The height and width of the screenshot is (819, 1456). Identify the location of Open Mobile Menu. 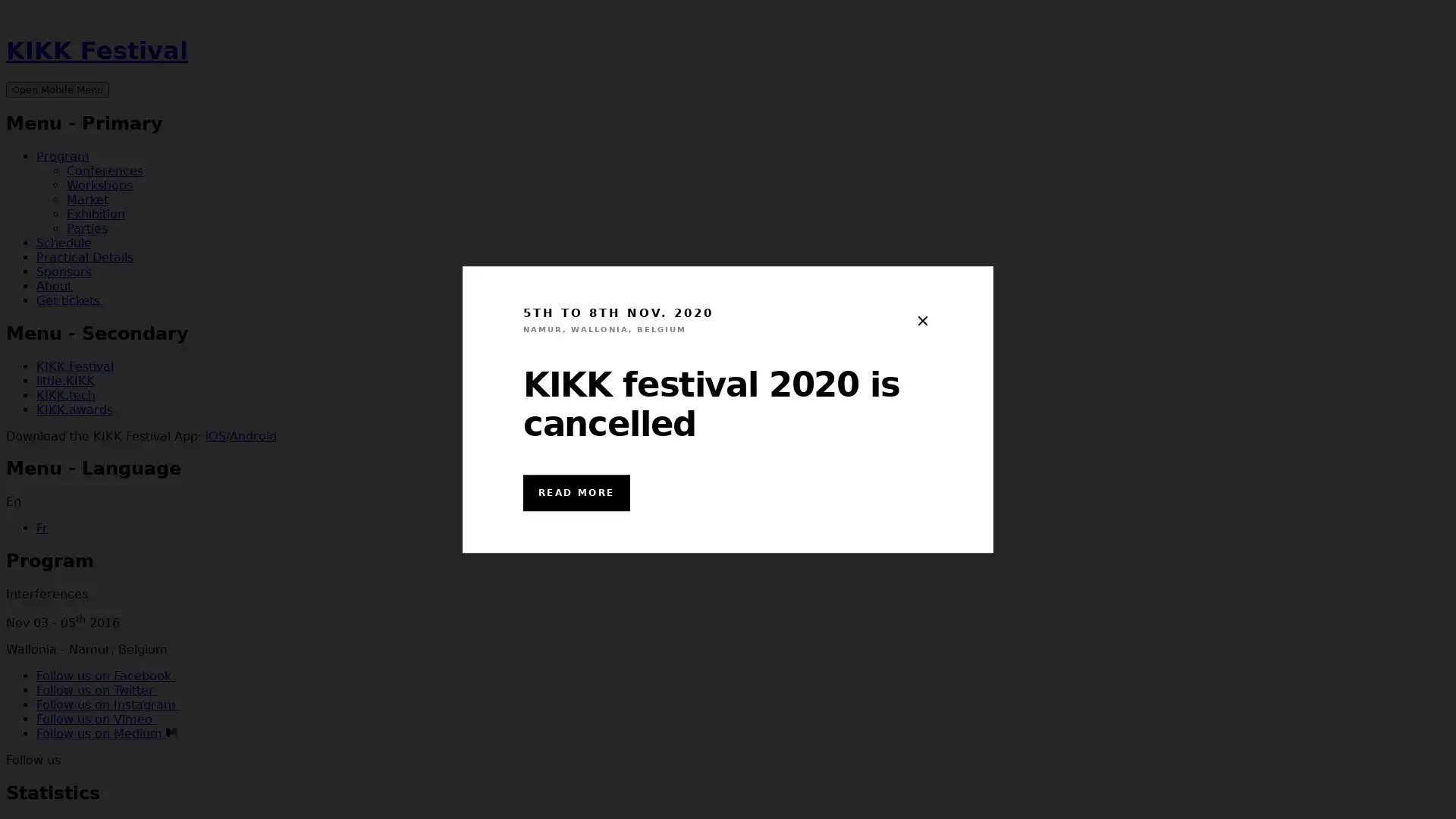
(58, 89).